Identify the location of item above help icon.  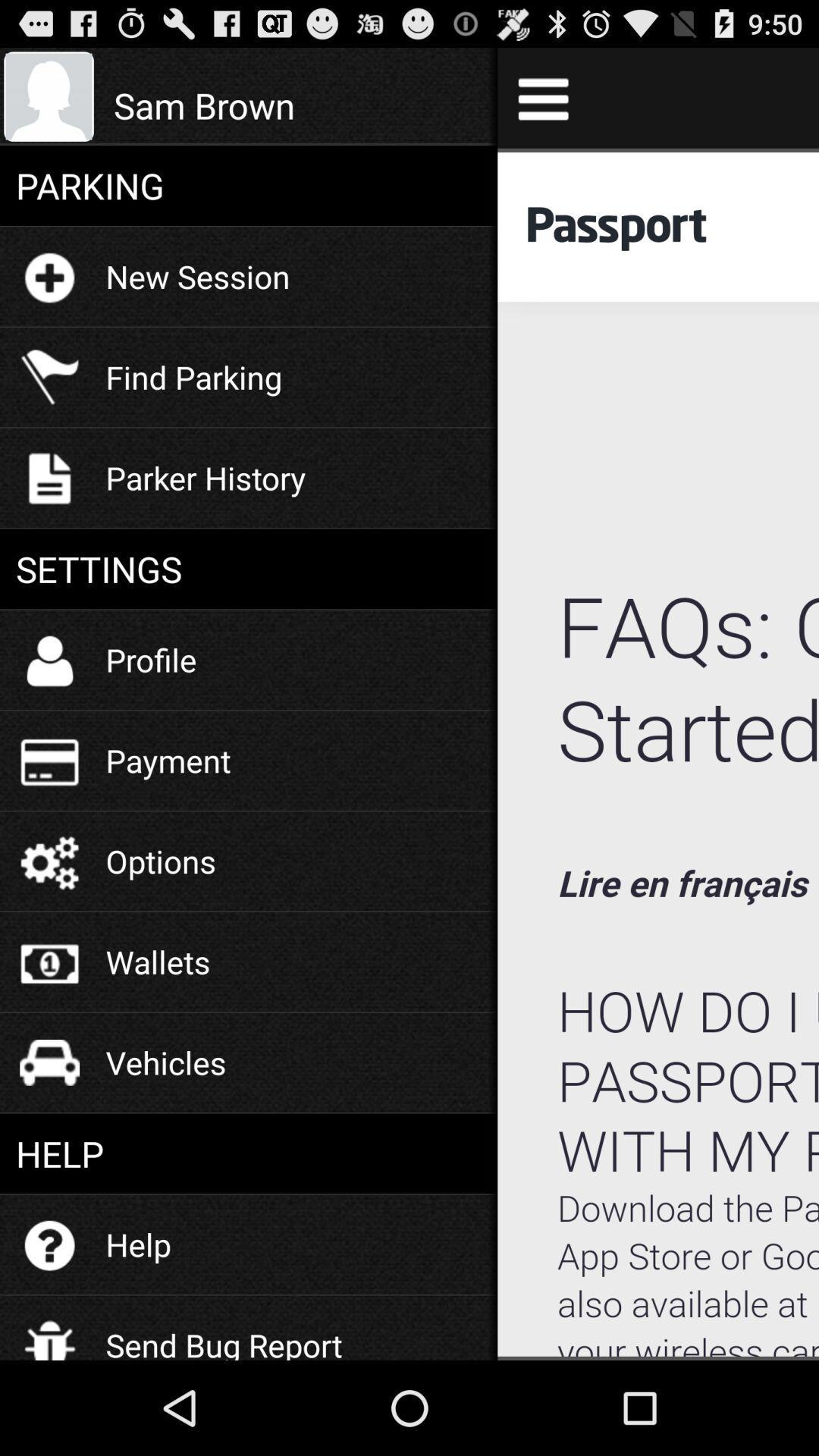
(166, 1062).